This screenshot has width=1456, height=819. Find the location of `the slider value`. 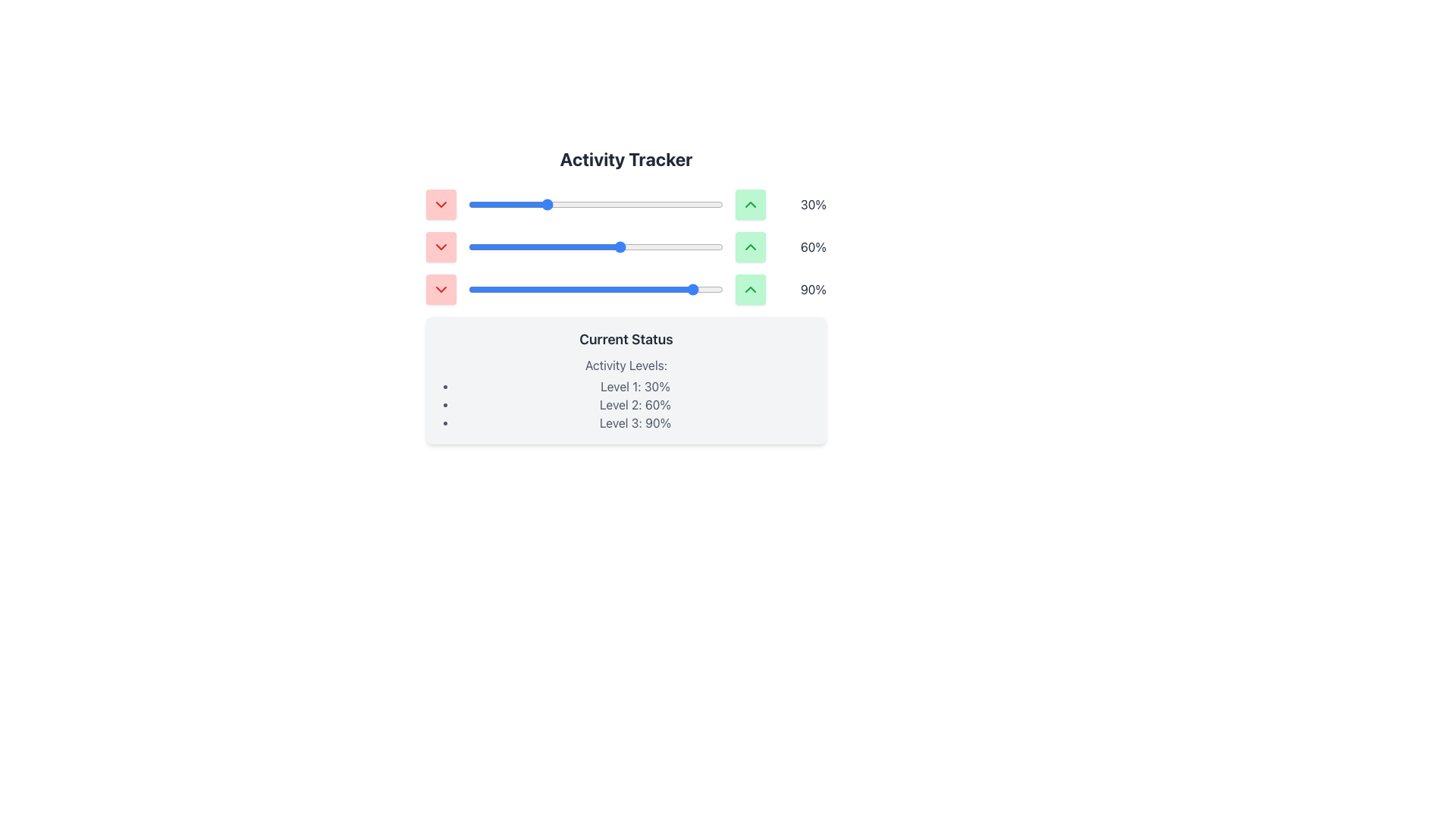

the slider value is located at coordinates (488, 246).